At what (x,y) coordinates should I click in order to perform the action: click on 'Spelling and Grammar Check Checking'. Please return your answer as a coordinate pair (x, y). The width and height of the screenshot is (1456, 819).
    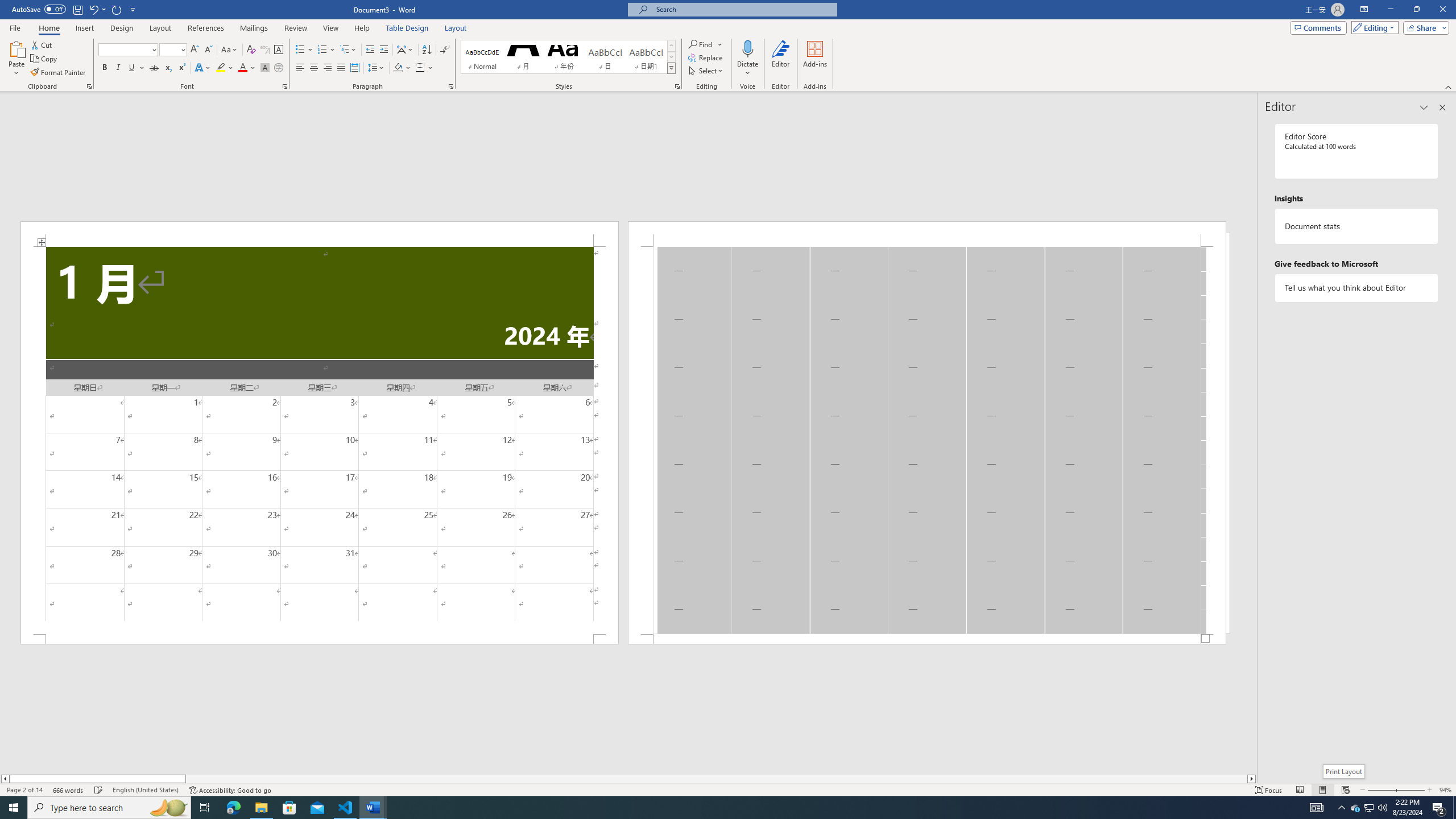
    Looking at the image, I should click on (99, 790).